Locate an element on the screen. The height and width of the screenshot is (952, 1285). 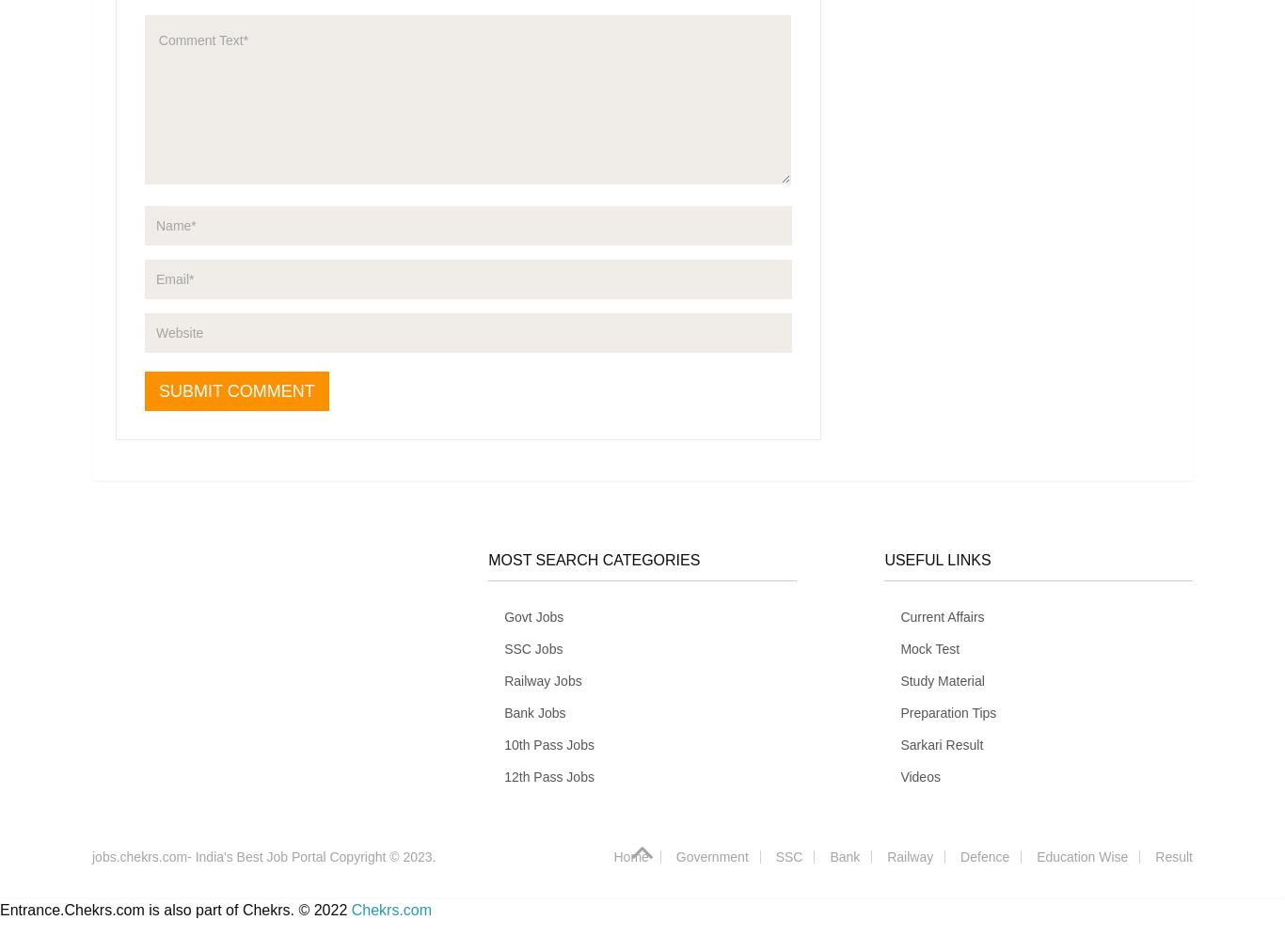
'Useful Links' is located at coordinates (937, 558).